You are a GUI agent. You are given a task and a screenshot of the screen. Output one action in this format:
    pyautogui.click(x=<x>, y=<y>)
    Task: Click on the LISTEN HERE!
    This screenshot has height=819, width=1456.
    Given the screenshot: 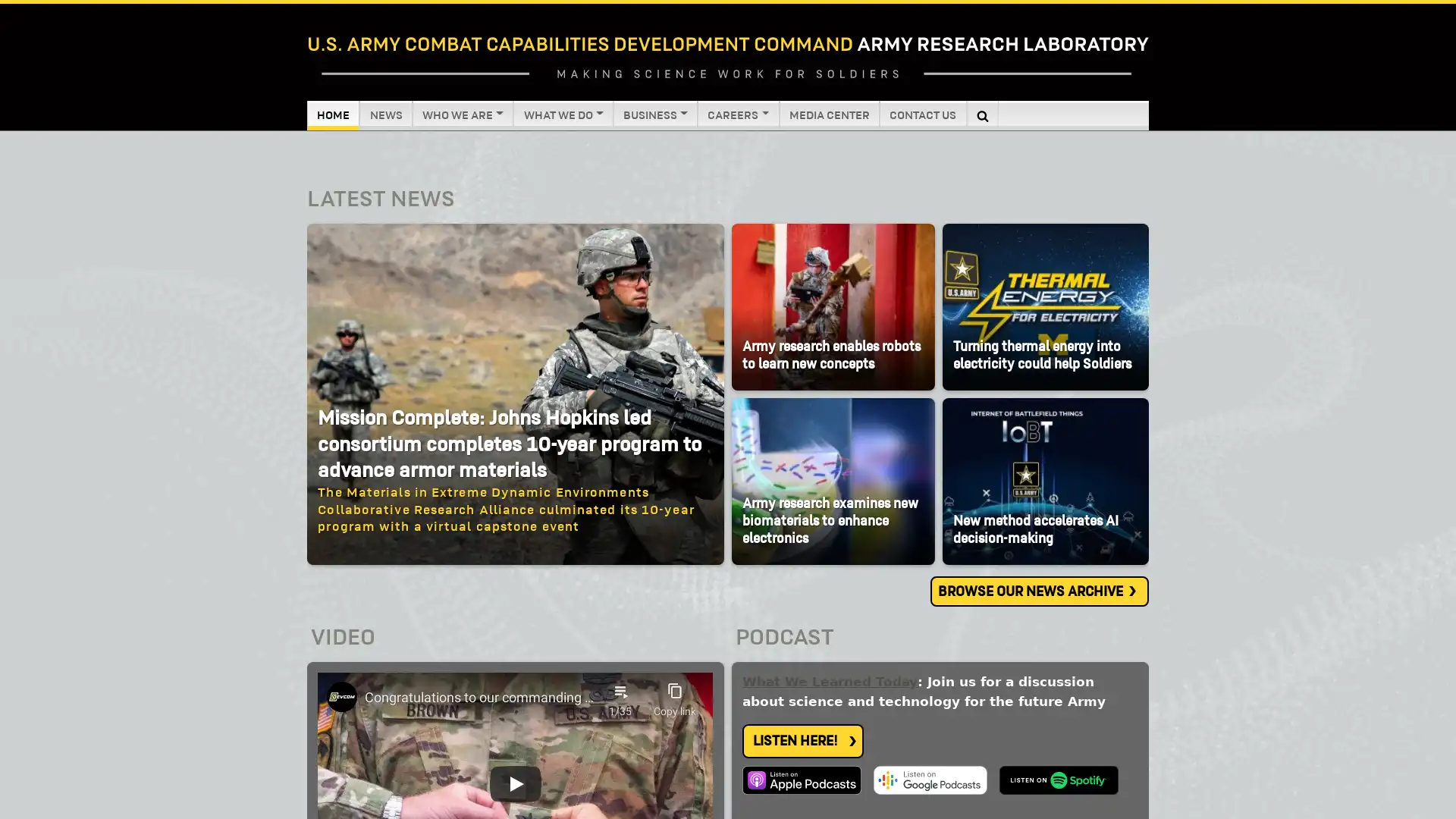 What is the action you would take?
    pyautogui.click(x=802, y=739)
    